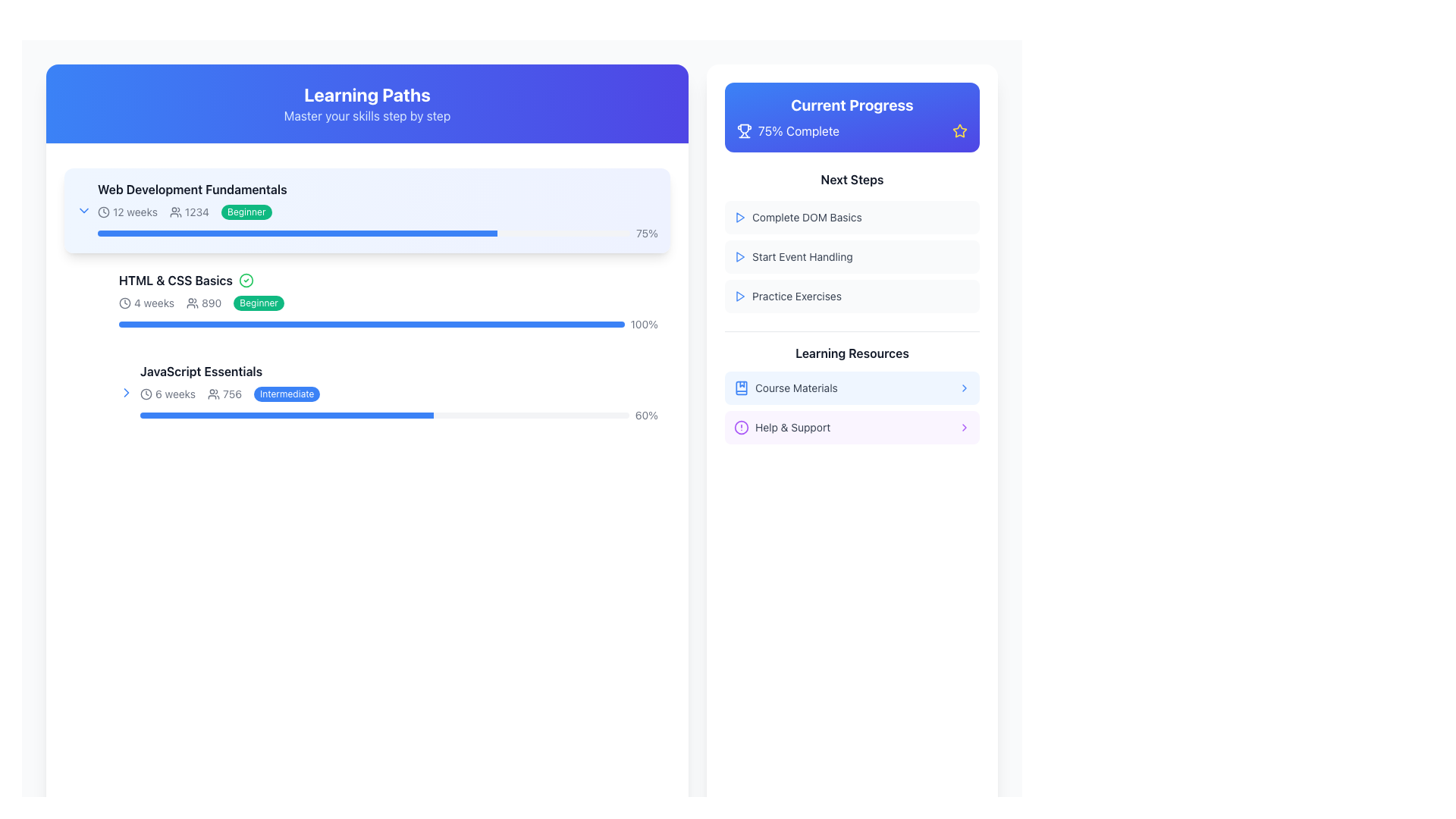  I want to click on the static text element that serves as a title for the card, which is located at the top right-hand side of the interface, above the '75% Complete' text, so click(852, 104).